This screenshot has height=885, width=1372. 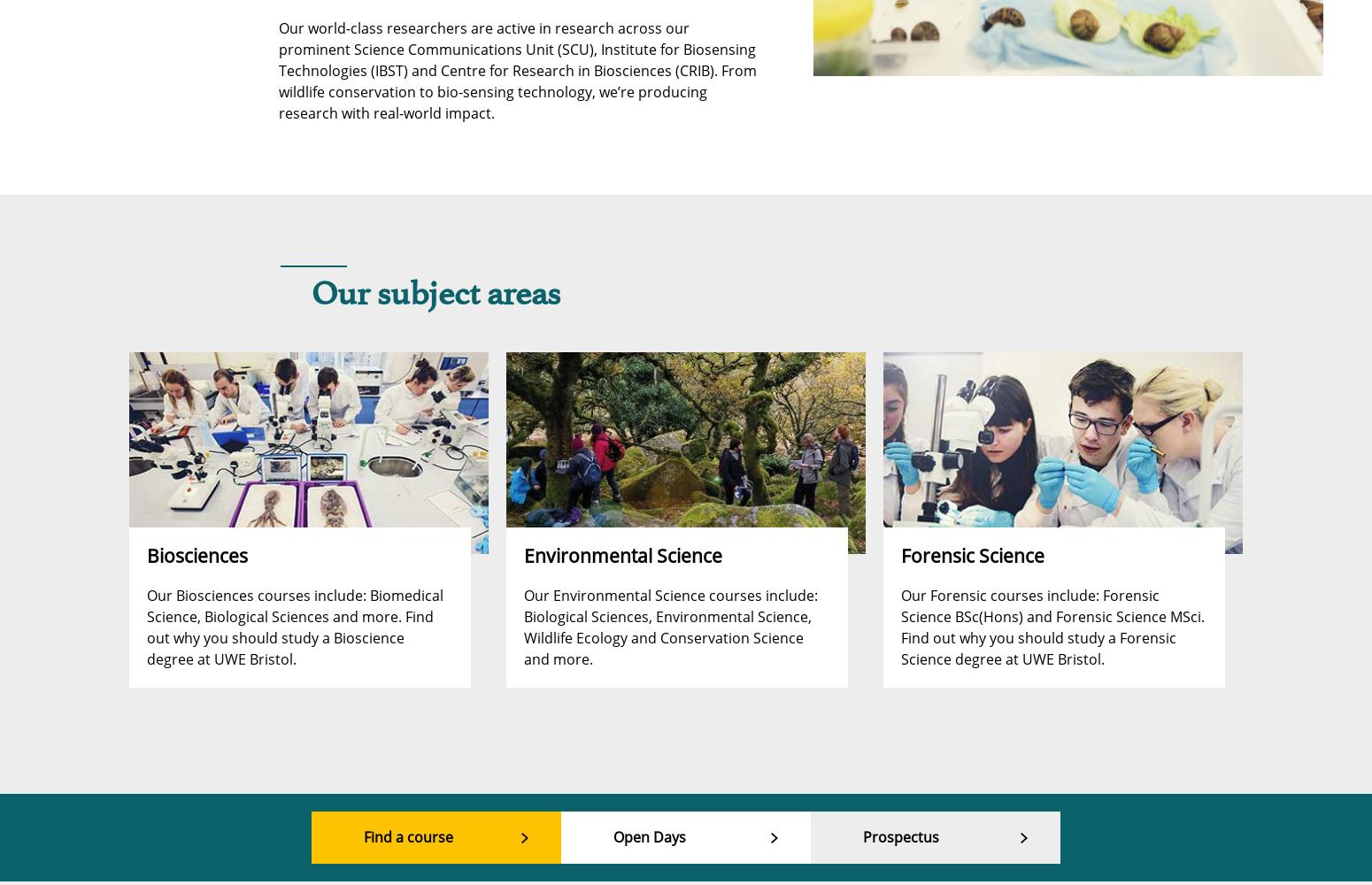 What do you see at coordinates (670, 626) in the screenshot?
I see `'Our Environmental Science courses include: Biological Sciences, Environmental Science, Wildlife Ecology and Conservation Science and more.'` at bounding box center [670, 626].